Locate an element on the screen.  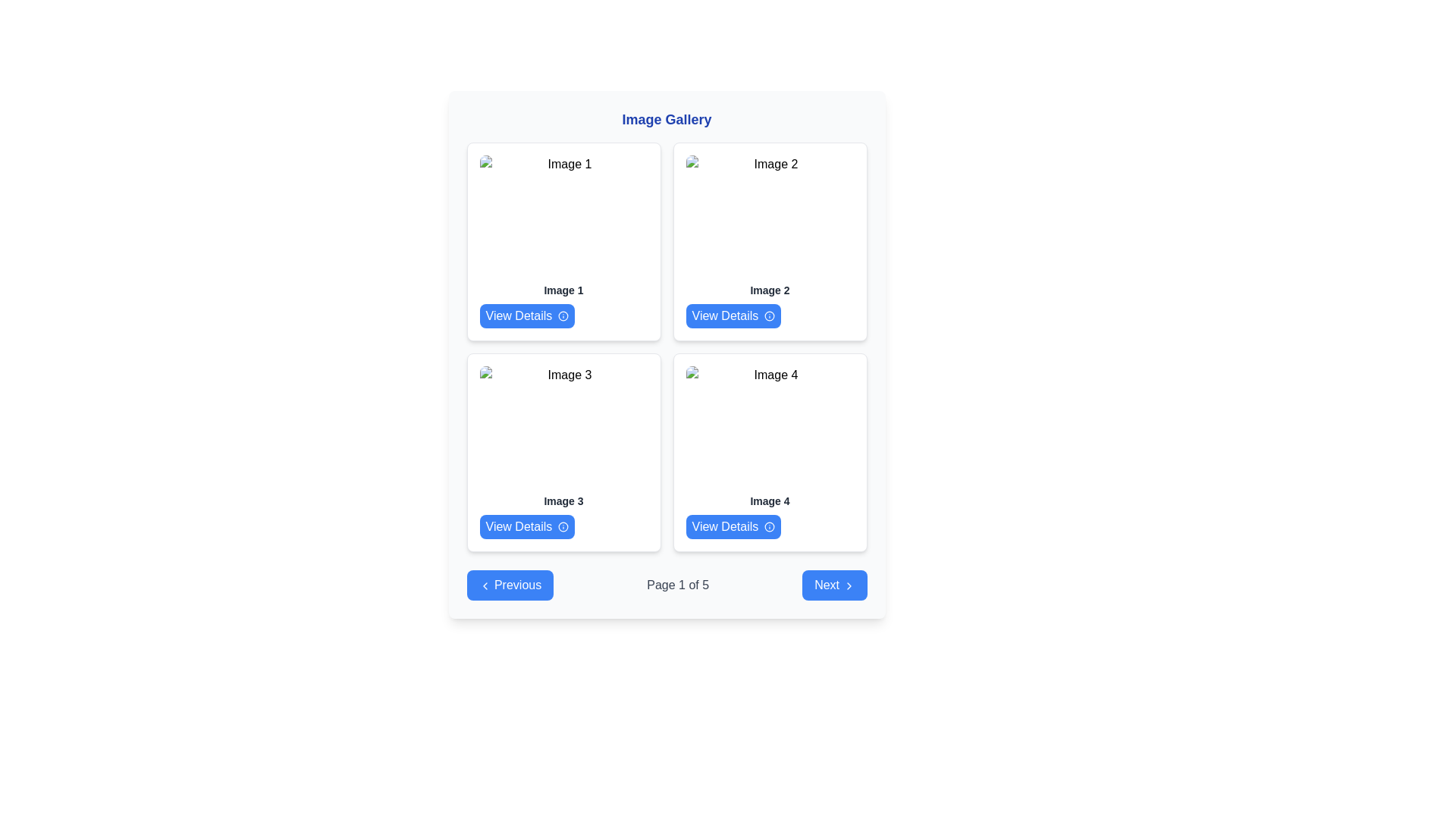
the 'Next' button located in the bottom-right corner of the navigation section is located at coordinates (833, 584).